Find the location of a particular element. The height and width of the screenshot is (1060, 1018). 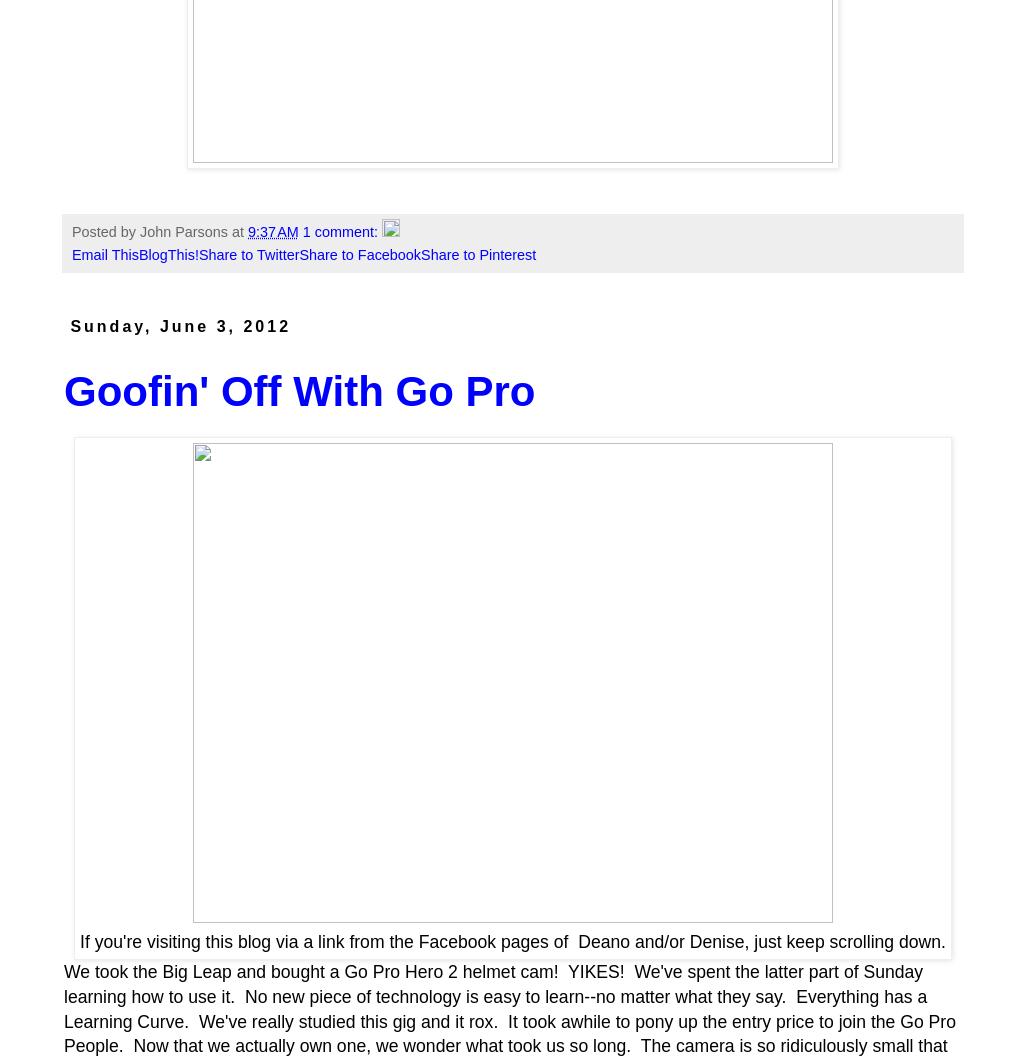

'Goofin' Off With Go Pro' is located at coordinates (299, 390).